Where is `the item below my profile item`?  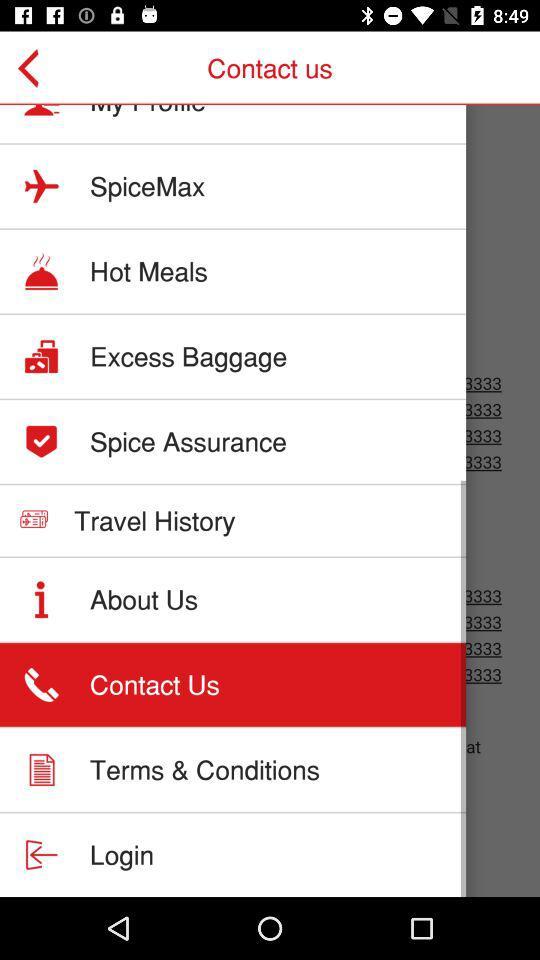 the item below my profile item is located at coordinates (146, 186).